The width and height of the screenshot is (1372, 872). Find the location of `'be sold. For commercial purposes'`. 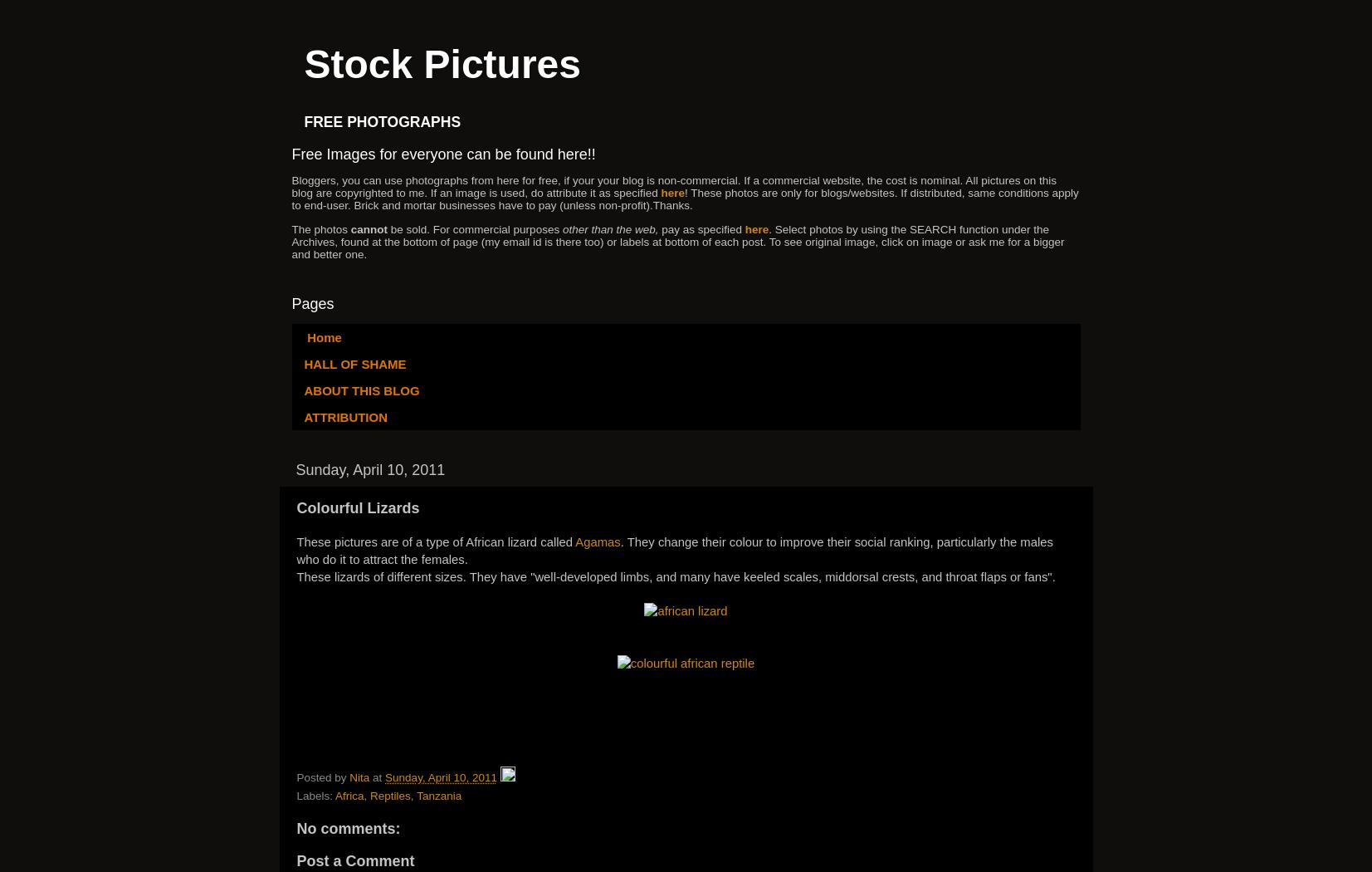

'be sold. For commercial purposes' is located at coordinates (475, 228).